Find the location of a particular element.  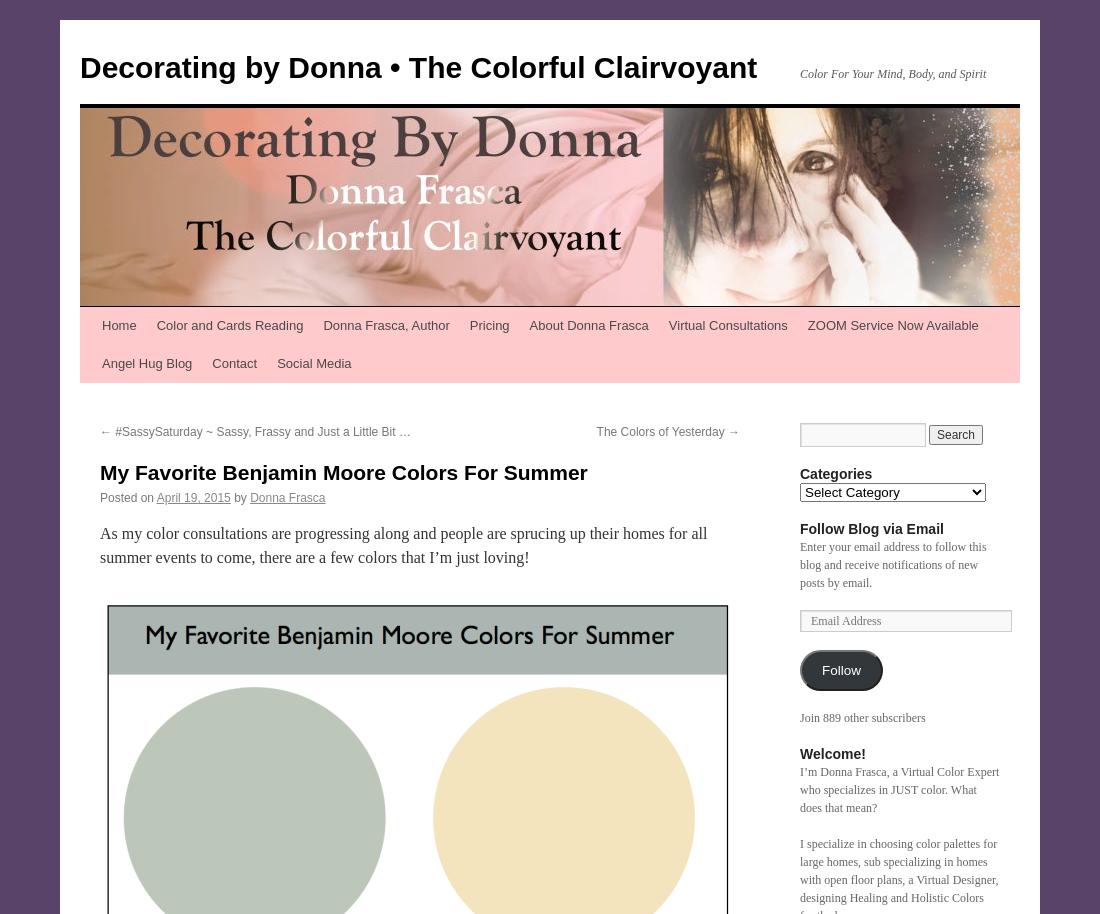

'by' is located at coordinates (240, 498).